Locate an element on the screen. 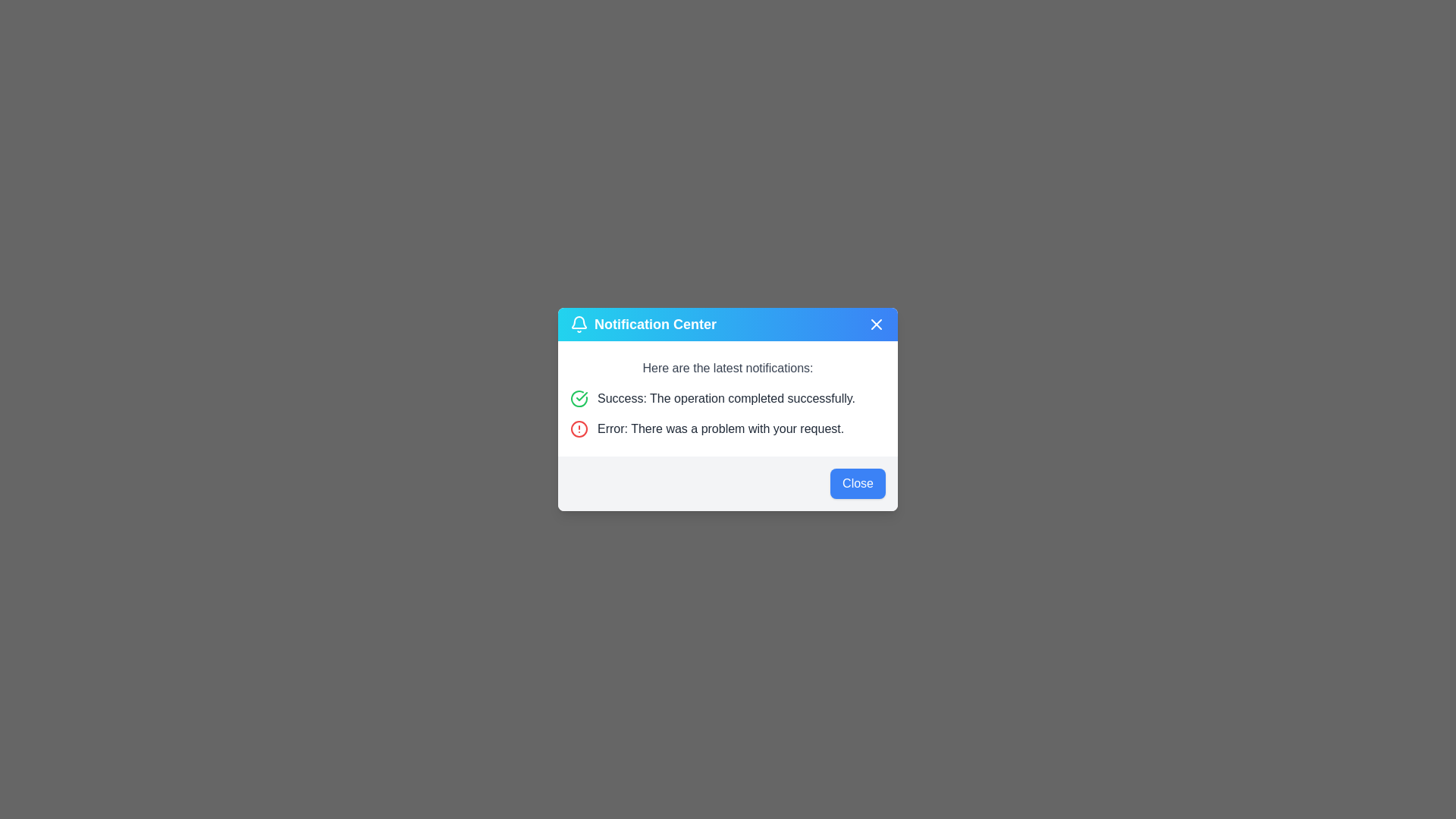  static text displaying 'Here are the latest notifications:' which is positioned at the top of the notifications section, just below the header 'Notification Center' is located at coordinates (728, 369).